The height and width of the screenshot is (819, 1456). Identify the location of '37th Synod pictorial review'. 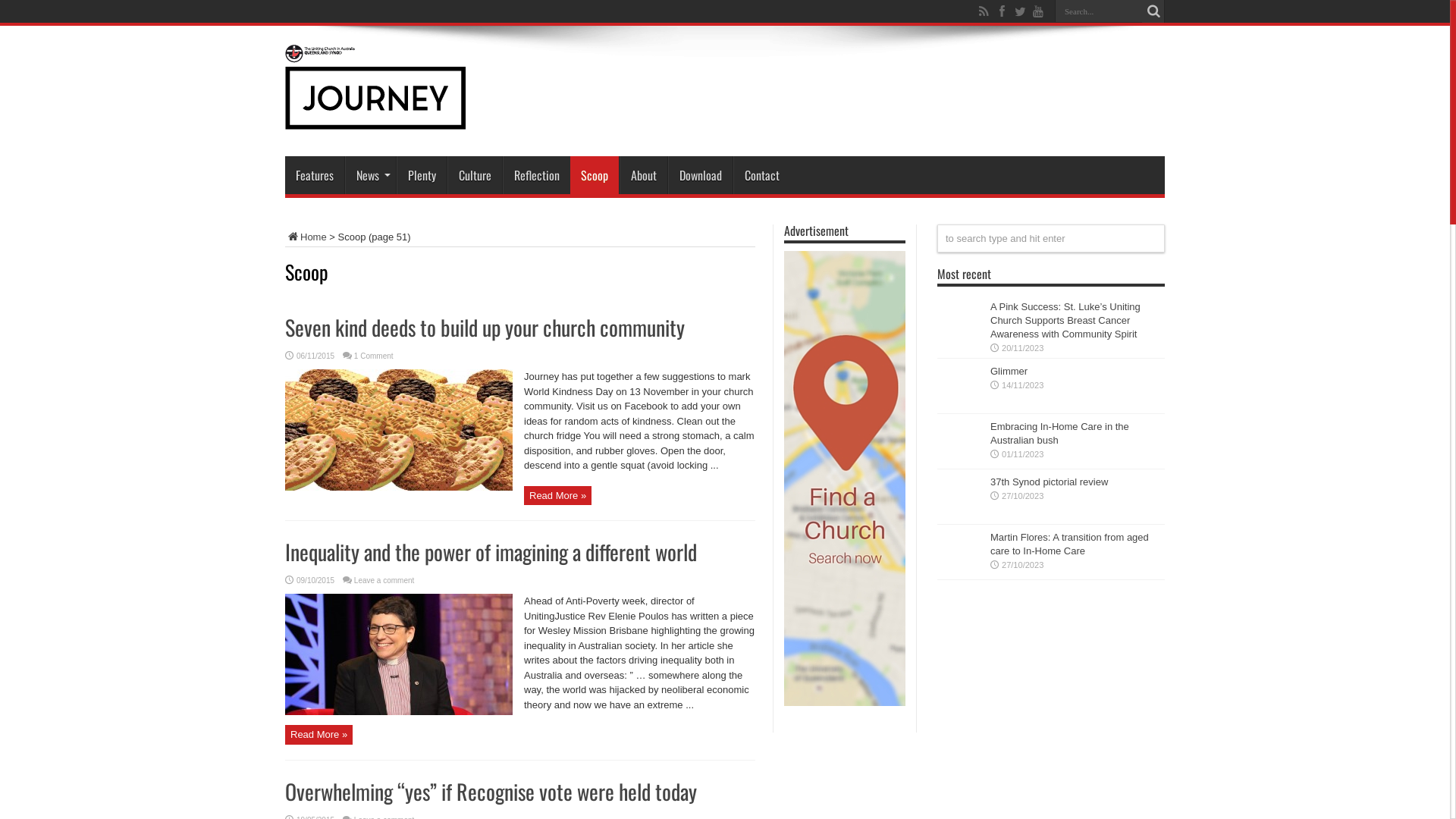
(990, 482).